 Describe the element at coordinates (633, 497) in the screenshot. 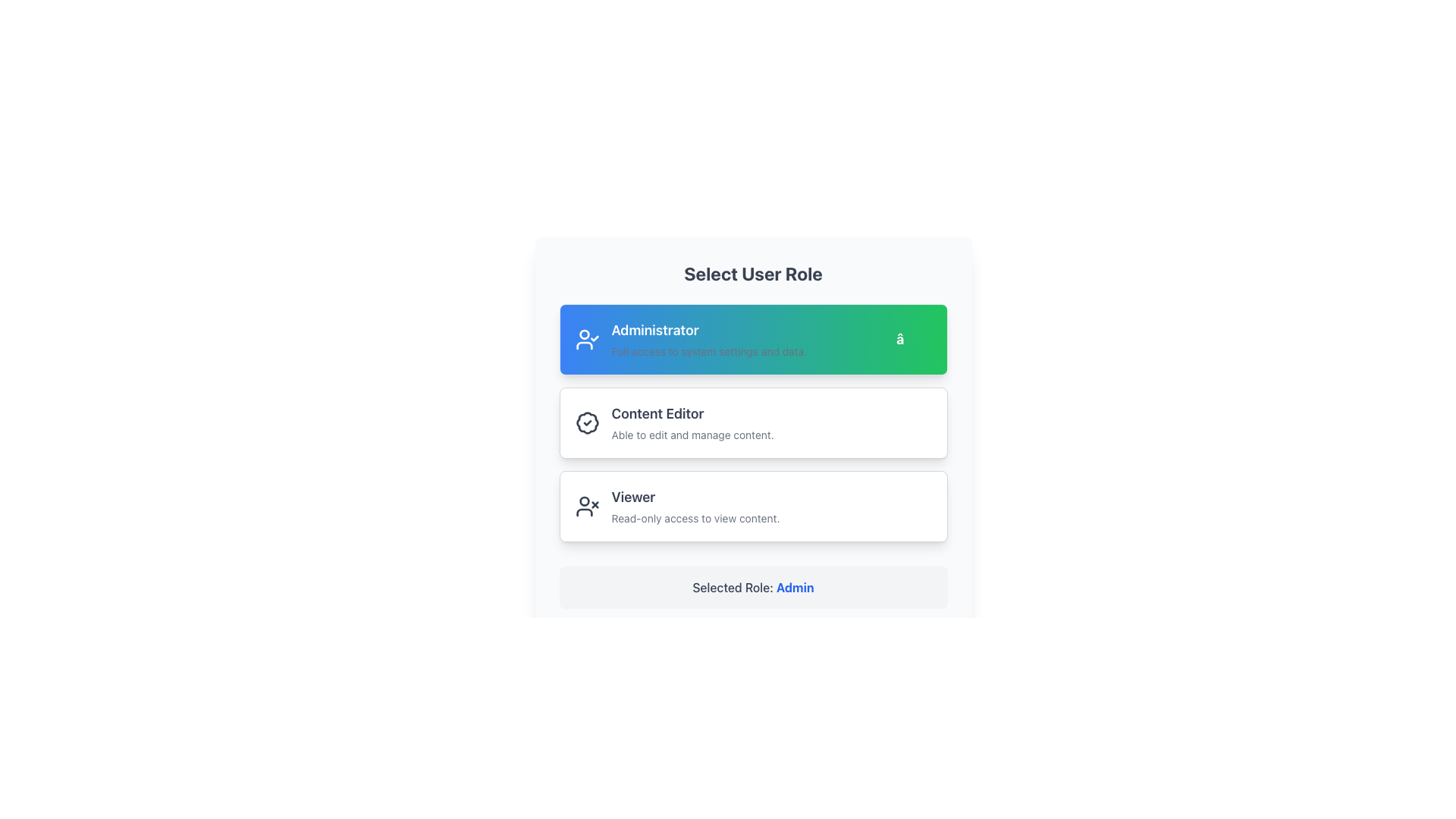

I see `the 'Viewer' role label in the user role selection interface, which is positioned at the top of a descriptive block containing additional information about the 'Viewer' role` at that location.